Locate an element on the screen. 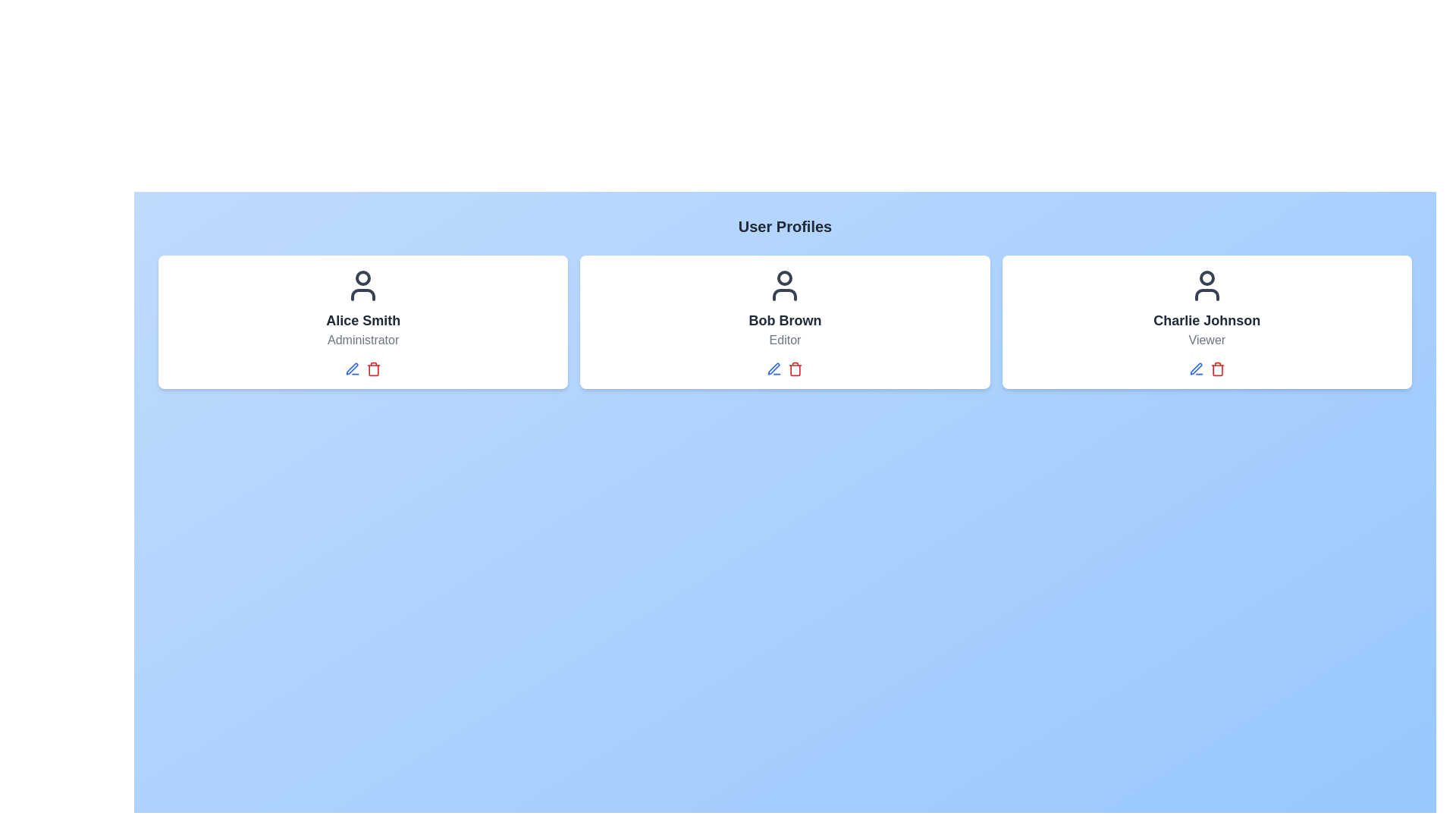 Image resolution: width=1456 pixels, height=819 pixels. the circular graphical SVG element that is visually centered at the top of the user profile card icon is located at coordinates (362, 278).